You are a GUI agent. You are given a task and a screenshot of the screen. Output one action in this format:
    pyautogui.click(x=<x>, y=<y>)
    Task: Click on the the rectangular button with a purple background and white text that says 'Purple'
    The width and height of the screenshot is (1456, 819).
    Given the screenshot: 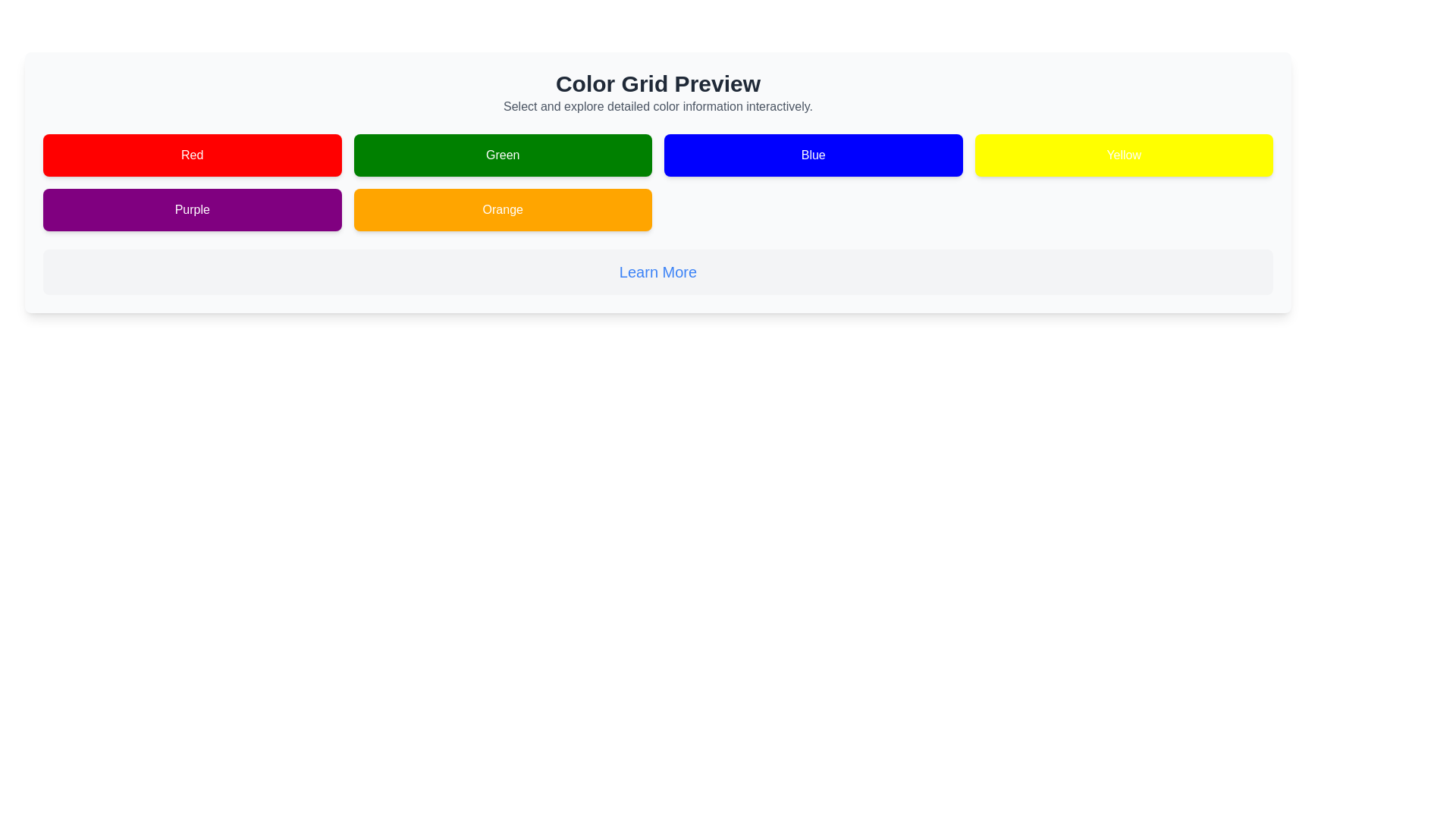 What is the action you would take?
    pyautogui.click(x=191, y=210)
    